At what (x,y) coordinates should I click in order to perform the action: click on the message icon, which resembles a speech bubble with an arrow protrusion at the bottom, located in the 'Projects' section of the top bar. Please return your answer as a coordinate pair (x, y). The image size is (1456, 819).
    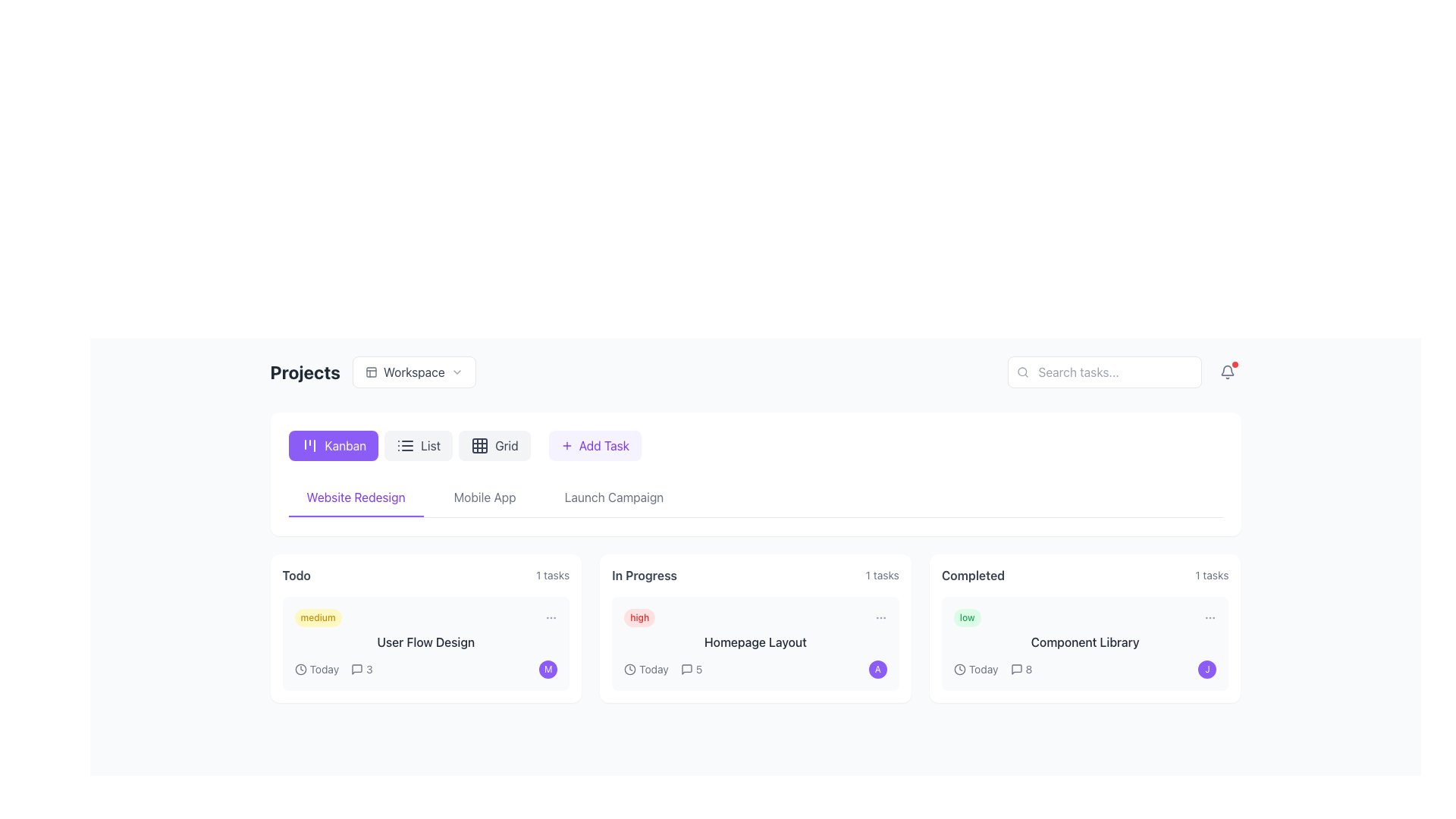
    Looking at the image, I should click on (356, 669).